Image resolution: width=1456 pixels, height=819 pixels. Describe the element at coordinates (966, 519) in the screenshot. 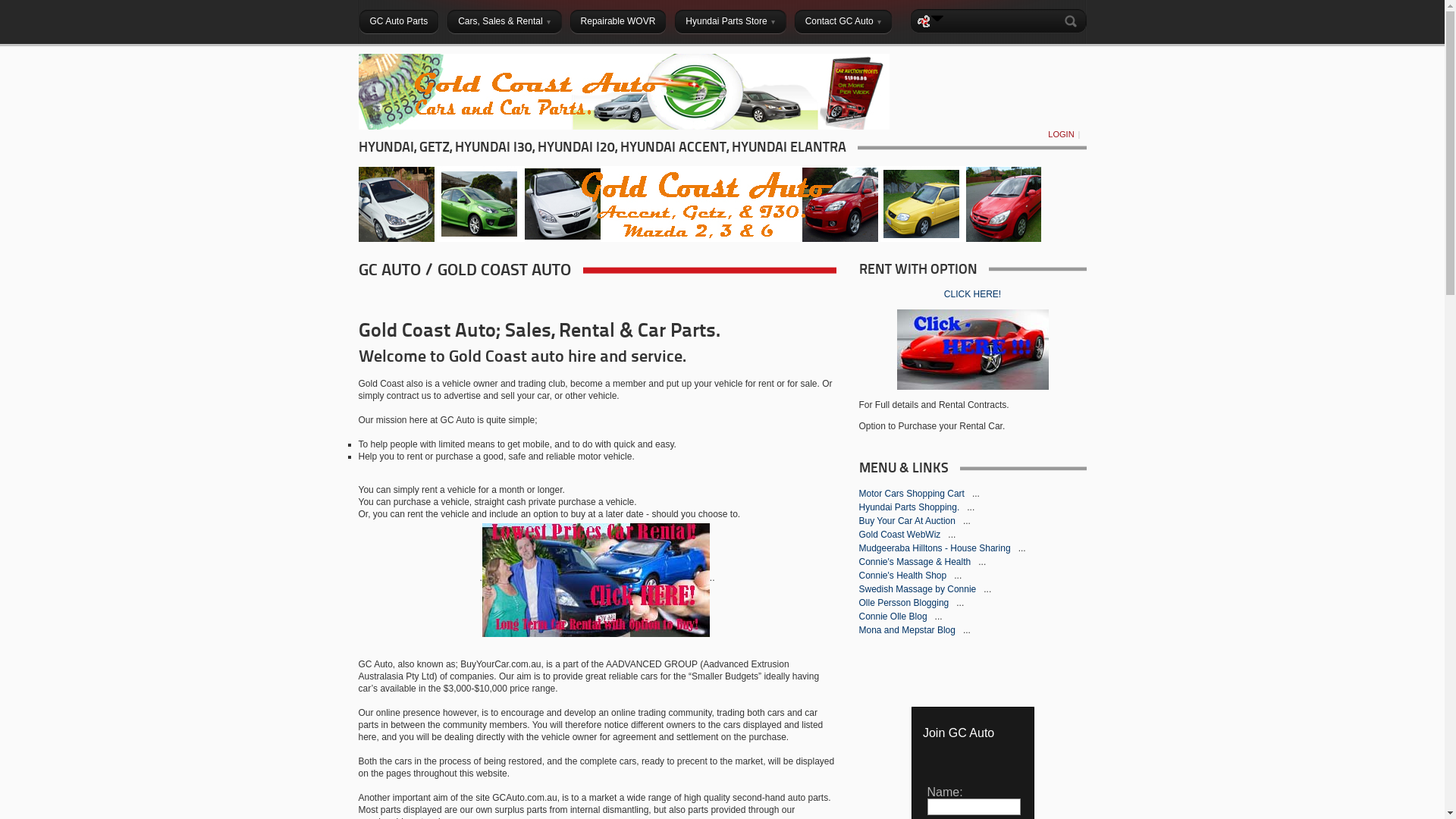

I see `'...'` at that location.